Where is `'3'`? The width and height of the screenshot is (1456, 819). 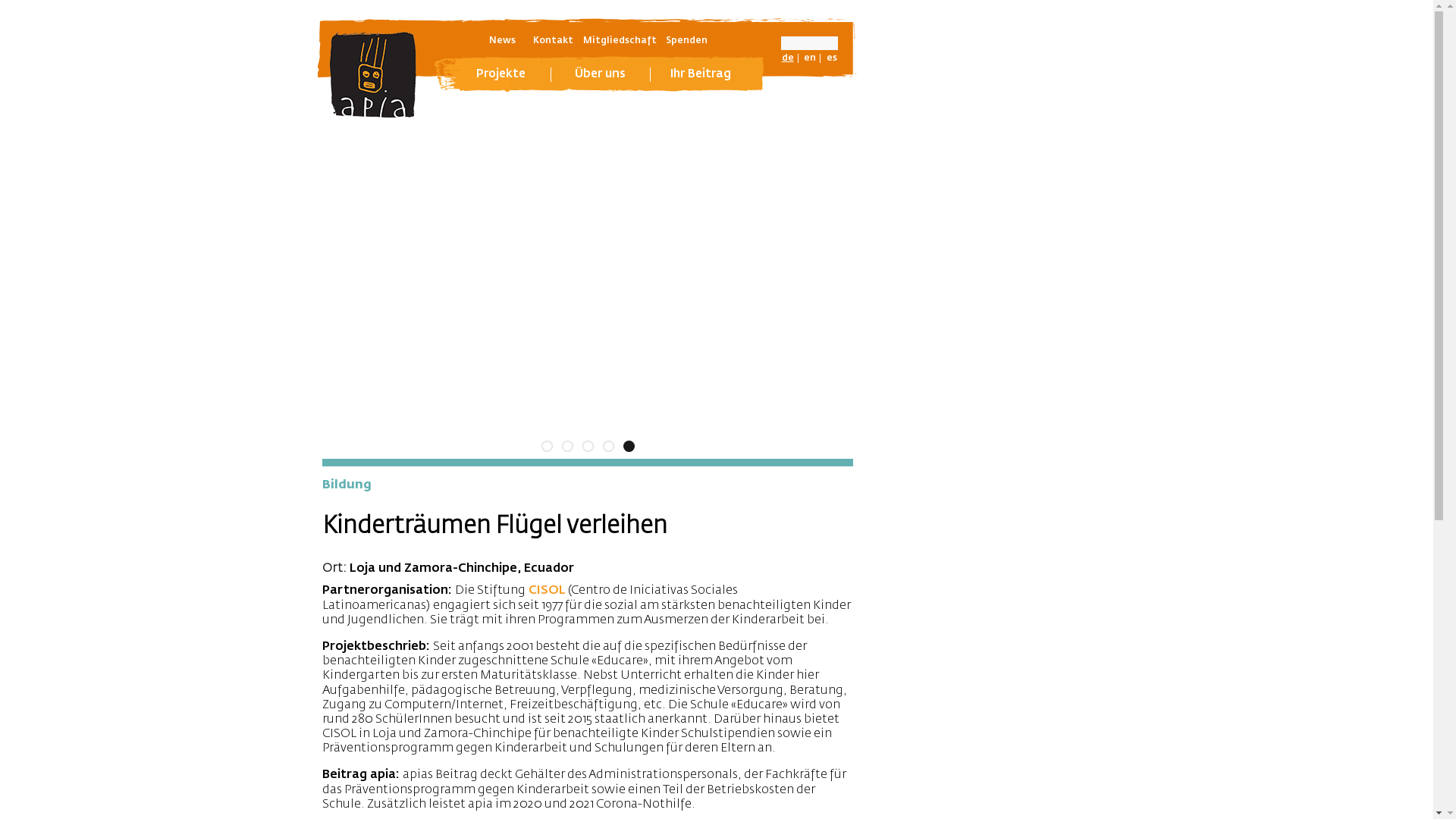 '3' is located at coordinates (587, 445).